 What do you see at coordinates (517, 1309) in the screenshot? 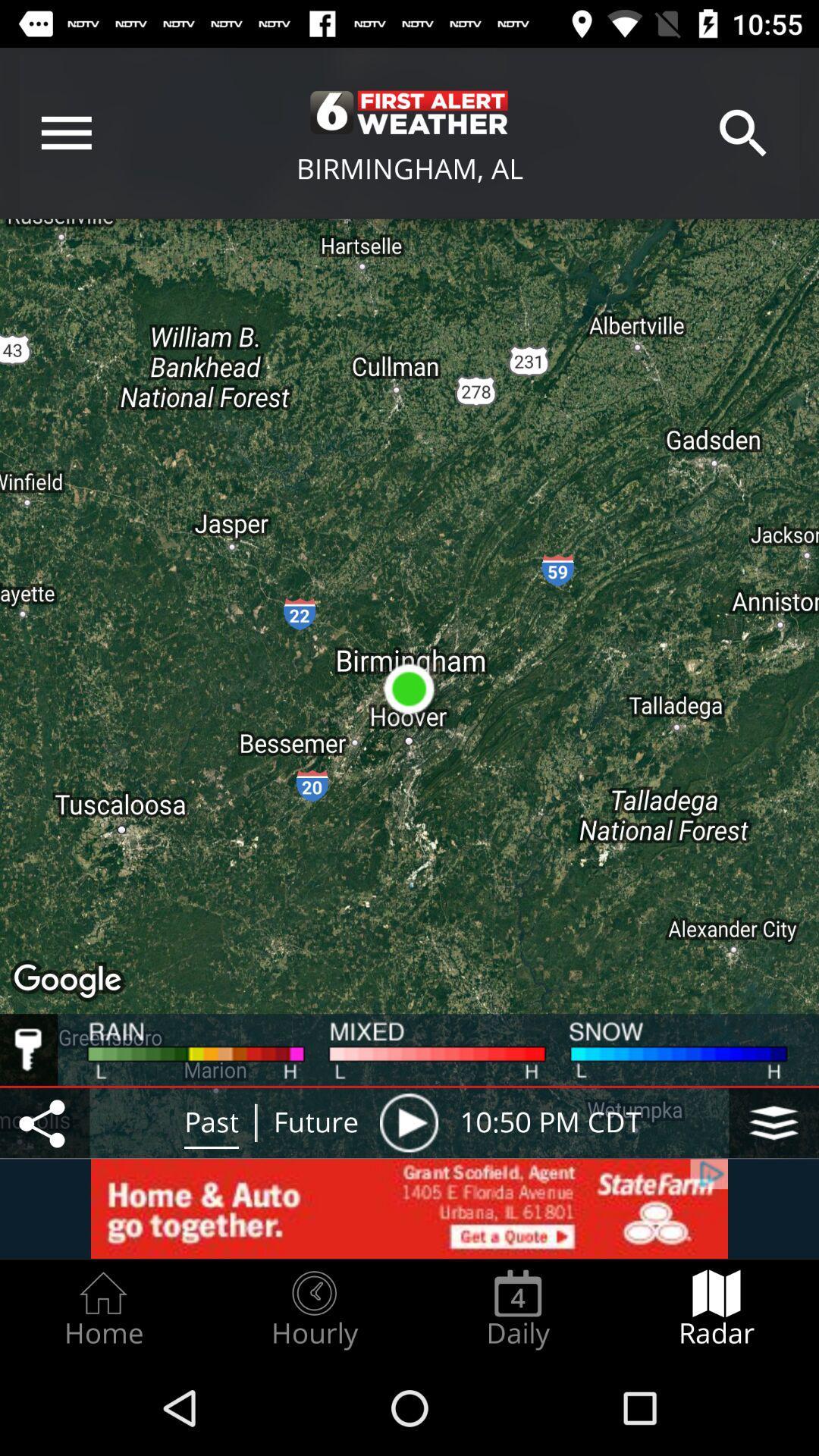
I see `icon to the left of radar radio button` at bounding box center [517, 1309].